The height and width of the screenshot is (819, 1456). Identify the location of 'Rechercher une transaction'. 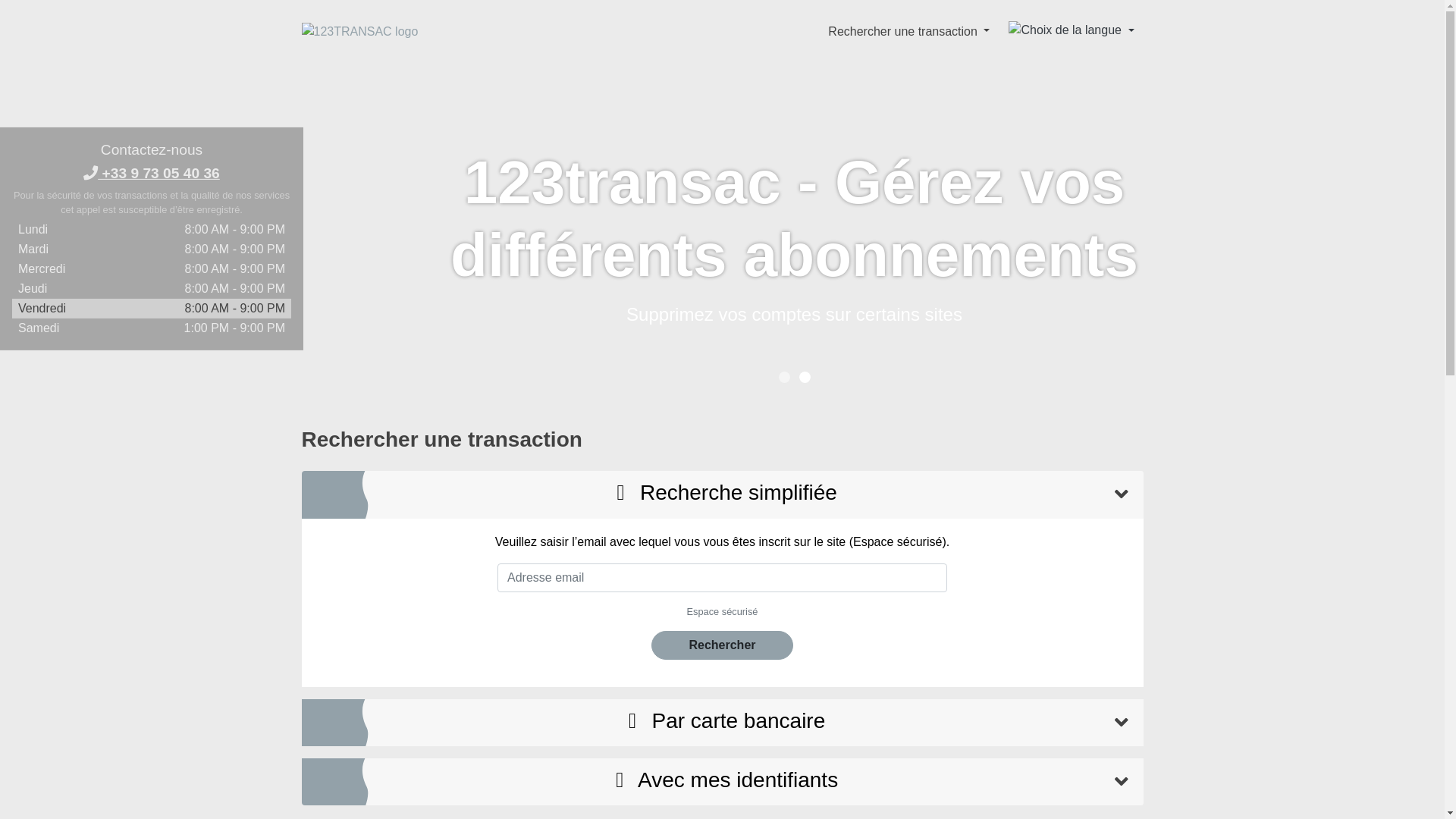
(908, 31).